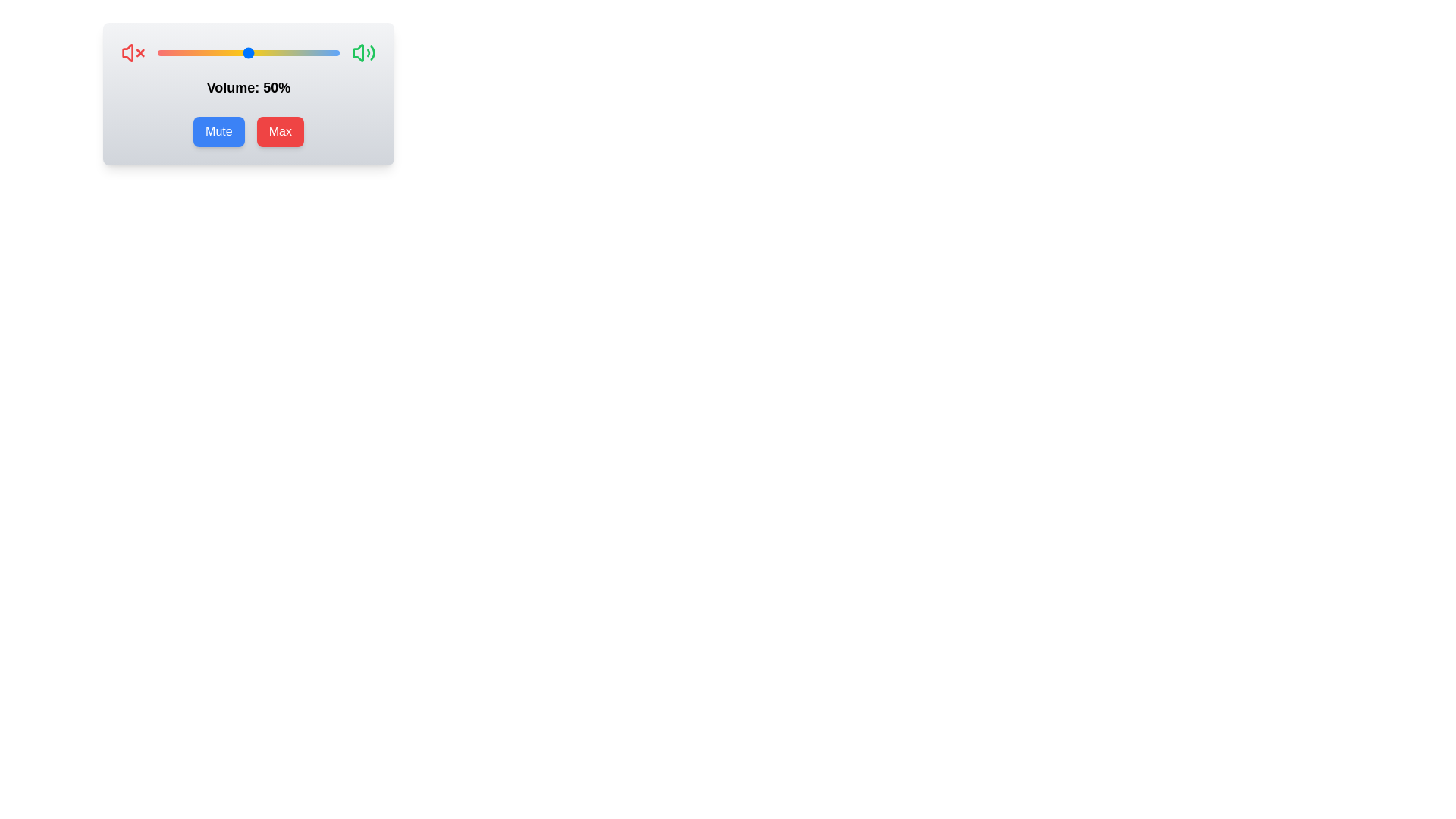 The width and height of the screenshot is (1456, 819). What do you see at coordinates (263, 52) in the screenshot?
I see `the volume slider to 58% level` at bounding box center [263, 52].